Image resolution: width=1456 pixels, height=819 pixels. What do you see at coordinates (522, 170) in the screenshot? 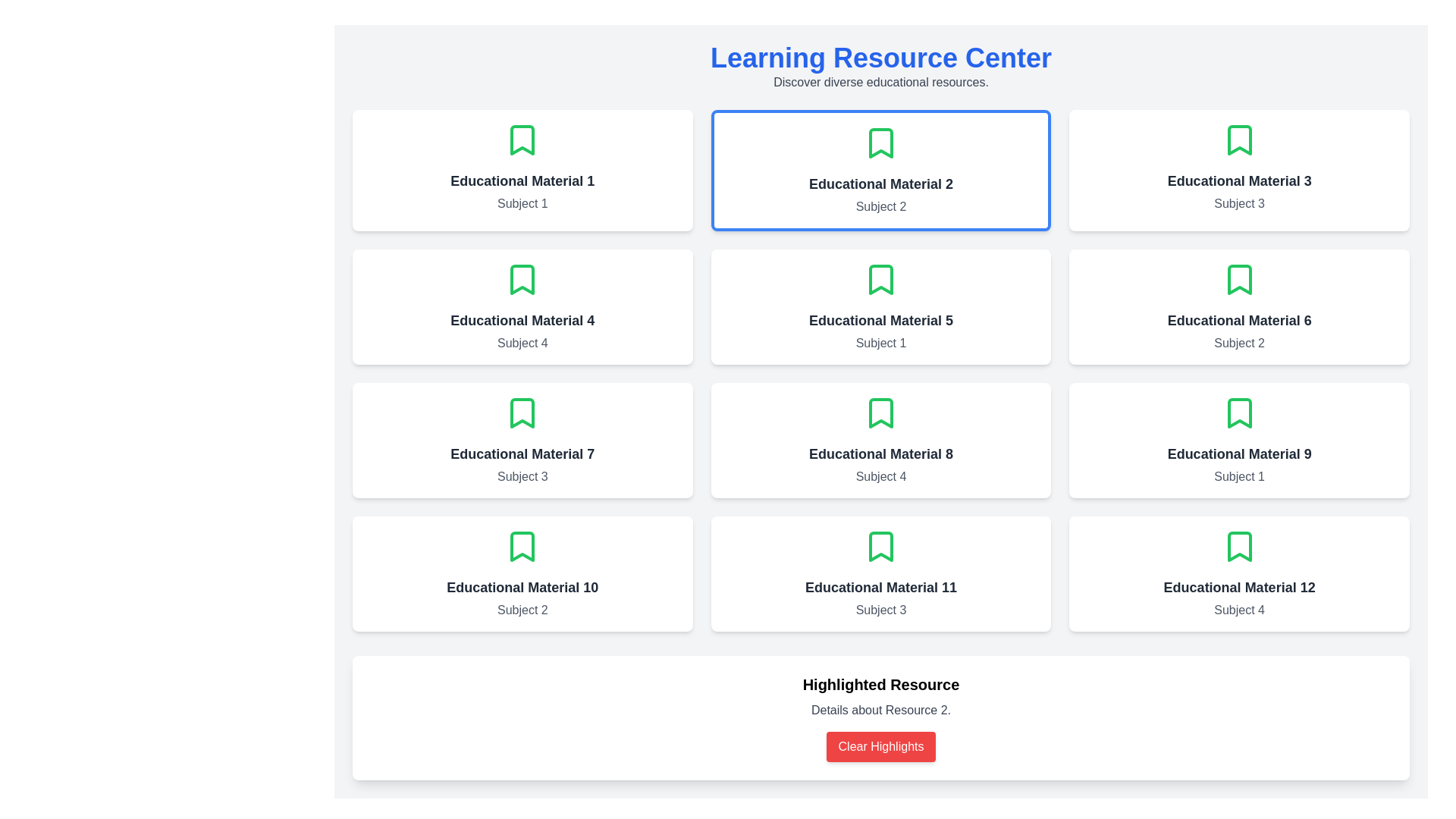
I see `the informational card that represents a specific educational material located in the first column of the first row within a grid layout` at bounding box center [522, 170].